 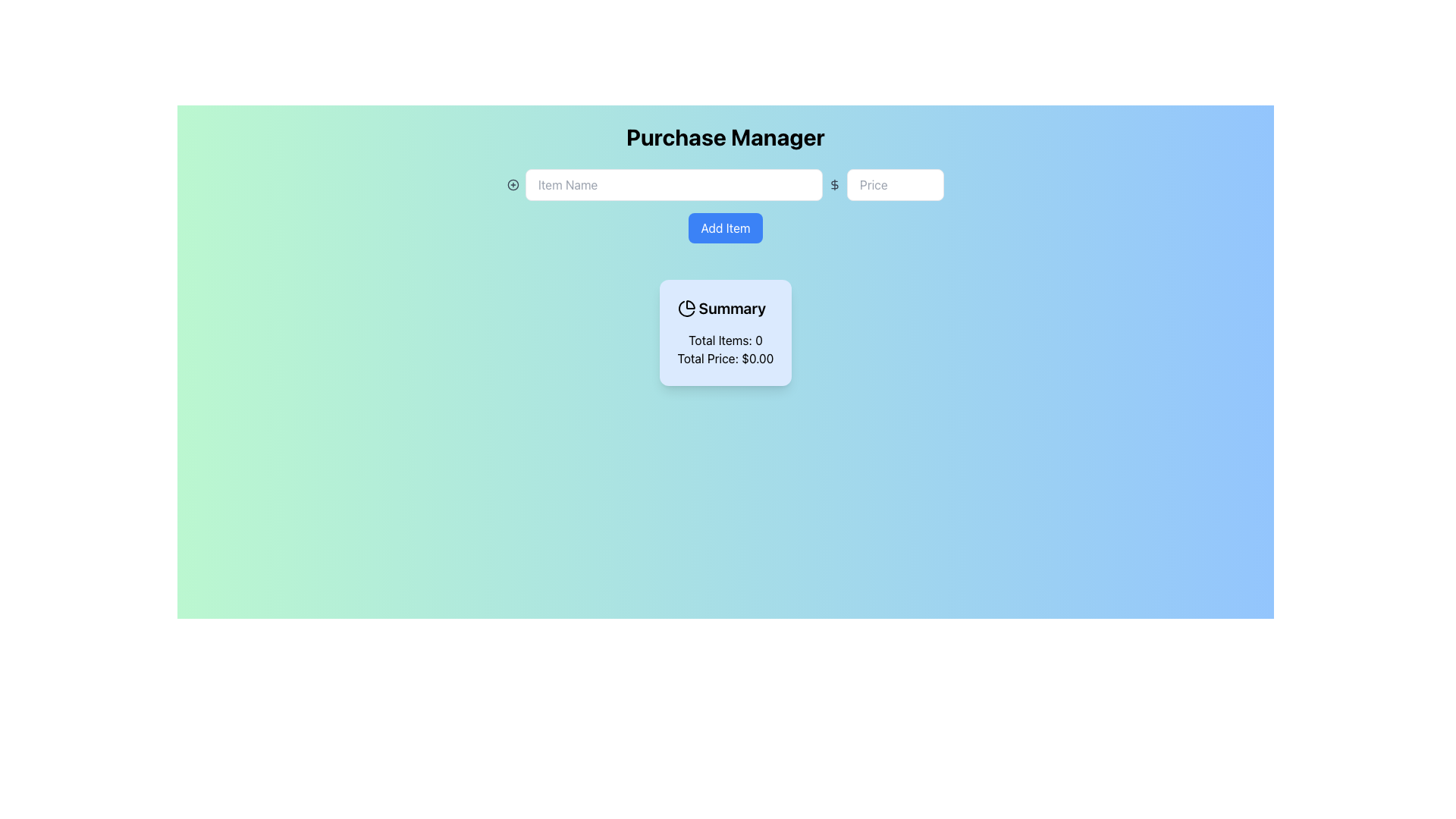 What do you see at coordinates (724, 227) in the screenshot?
I see `the blue rectangular button labeled 'Add Item'` at bounding box center [724, 227].